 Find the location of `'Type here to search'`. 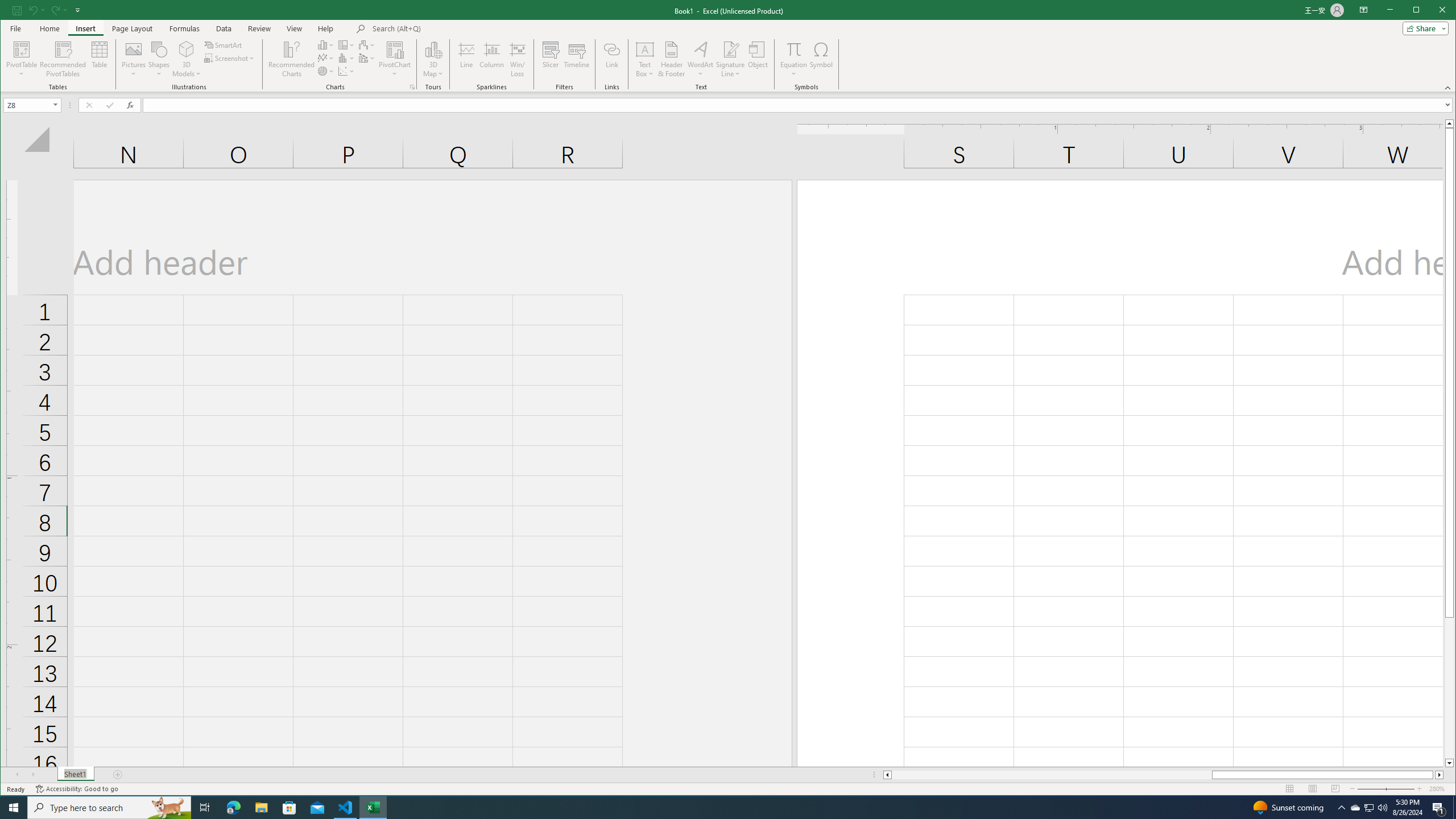

'Type here to search' is located at coordinates (109, 806).